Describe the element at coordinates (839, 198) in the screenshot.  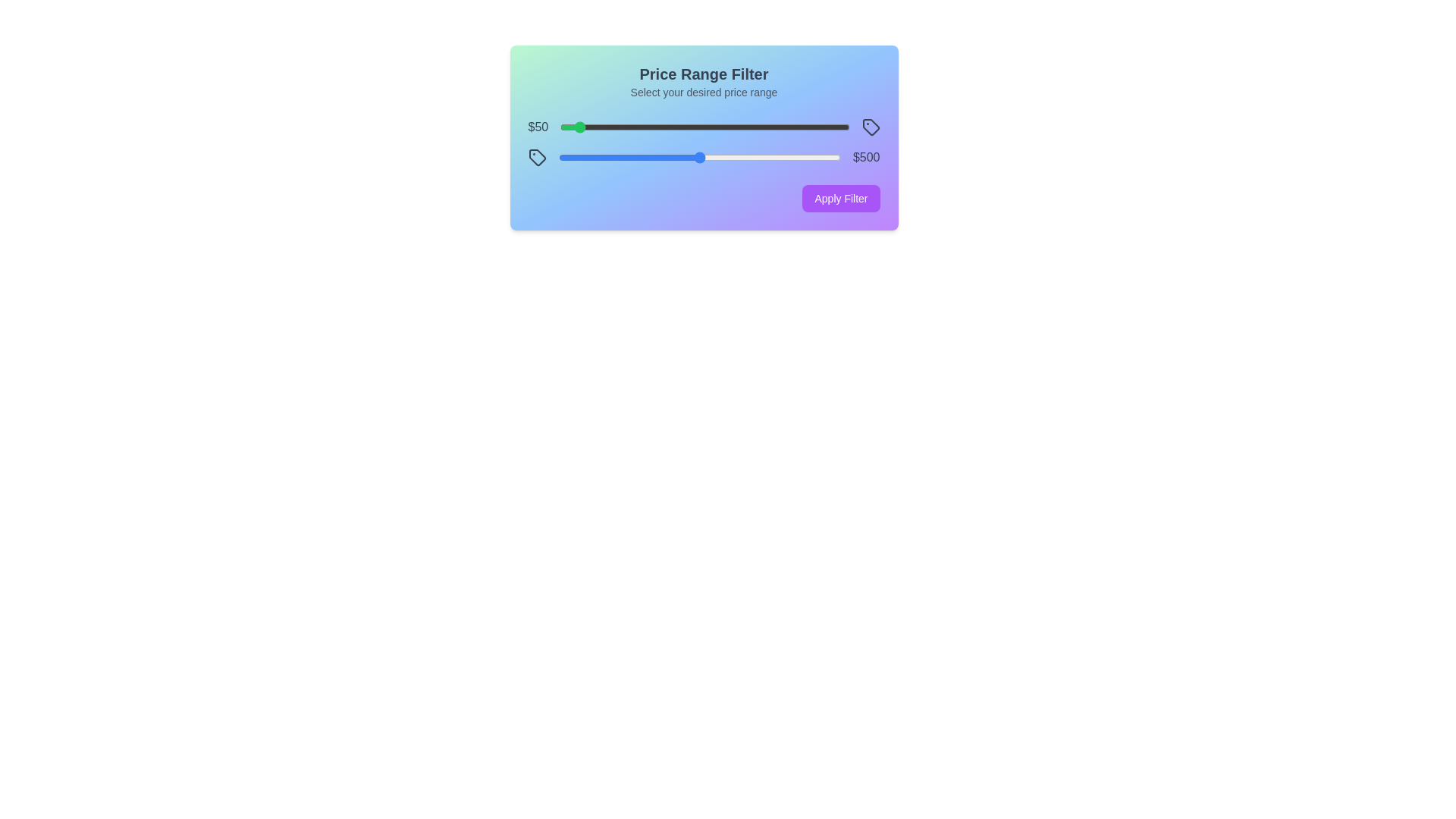
I see `the 'Apply Filter' button` at that location.